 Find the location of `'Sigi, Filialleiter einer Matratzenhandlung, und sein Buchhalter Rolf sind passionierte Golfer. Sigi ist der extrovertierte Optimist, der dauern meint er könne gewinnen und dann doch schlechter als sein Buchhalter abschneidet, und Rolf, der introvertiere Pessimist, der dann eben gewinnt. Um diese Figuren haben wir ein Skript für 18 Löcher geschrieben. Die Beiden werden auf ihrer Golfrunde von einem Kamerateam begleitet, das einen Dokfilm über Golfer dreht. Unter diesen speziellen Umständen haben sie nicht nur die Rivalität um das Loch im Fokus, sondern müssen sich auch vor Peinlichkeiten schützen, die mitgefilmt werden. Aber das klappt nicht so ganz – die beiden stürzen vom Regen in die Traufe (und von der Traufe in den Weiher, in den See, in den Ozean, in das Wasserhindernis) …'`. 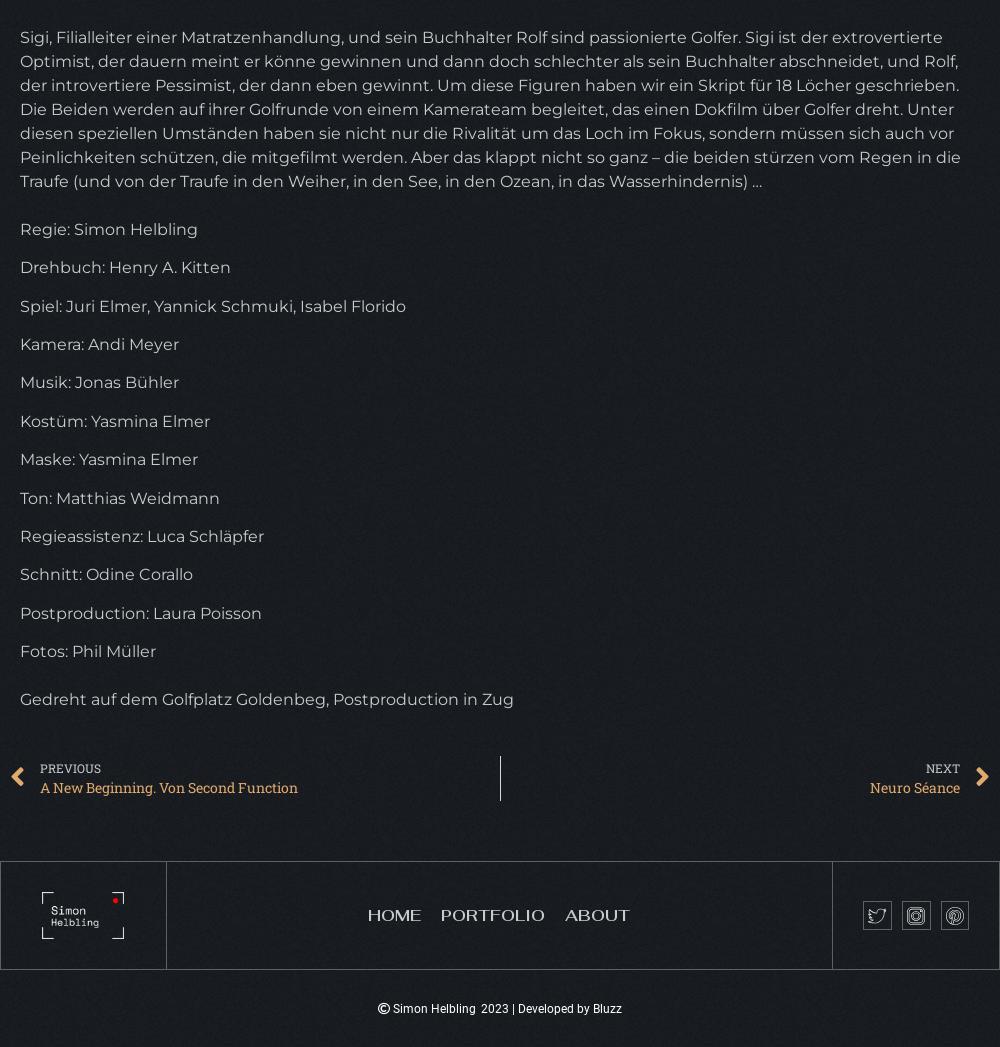

'Sigi, Filialleiter einer Matratzenhandlung, und sein Buchhalter Rolf sind passionierte Golfer. Sigi ist der extrovertierte Optimist, der dauern meint er könne gewinnen und dann doch schlechter als sein Buchhalter abschneidet, und Rolf, der introvertiere Pessimist, der dann eben gewinnt. Um diese Figuren haben wir ein Skript für 18 Löcher geschrieben. Die Beiden werden auf ihrer Golfrunde von einem Kamerateam begleitet, das einen Dokfilm über Golfer dreht. Unter diesen speziellen Umständen haben sie nicht nur die Rivalität um das Loch im Fokus, sondern müssen sich auch vor Peinlichkeiten schützen, die mitgefilmt werden. Aber das klappt nicht so ganz – die beiden stürzen vom Regen in die Traufe (und von der Traufe in den Weiher, in den See, in den Ozean, in das Wasserhindernis) …' is located at coordinates (489, 107).